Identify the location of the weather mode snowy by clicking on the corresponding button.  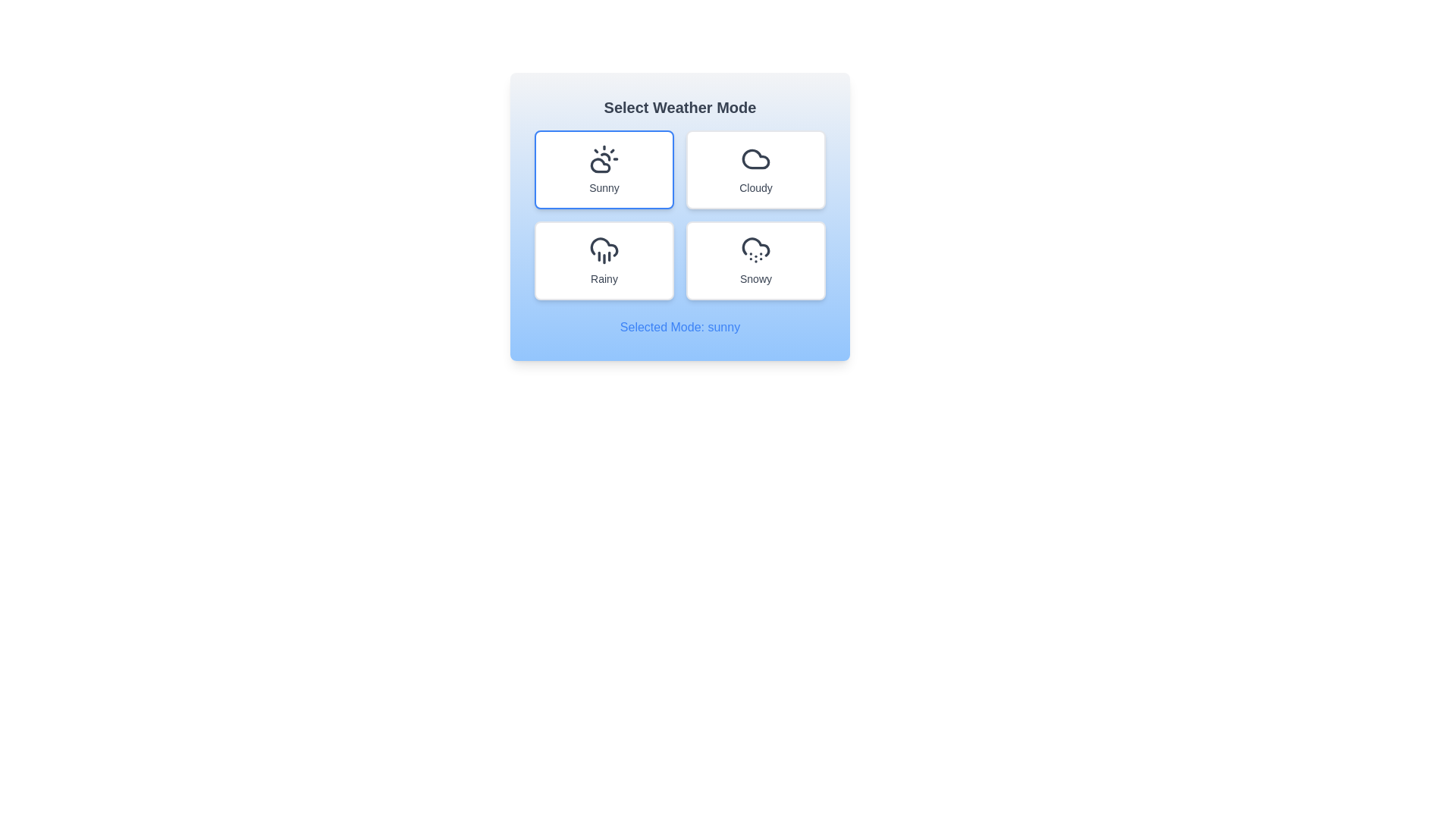
(756, 259).